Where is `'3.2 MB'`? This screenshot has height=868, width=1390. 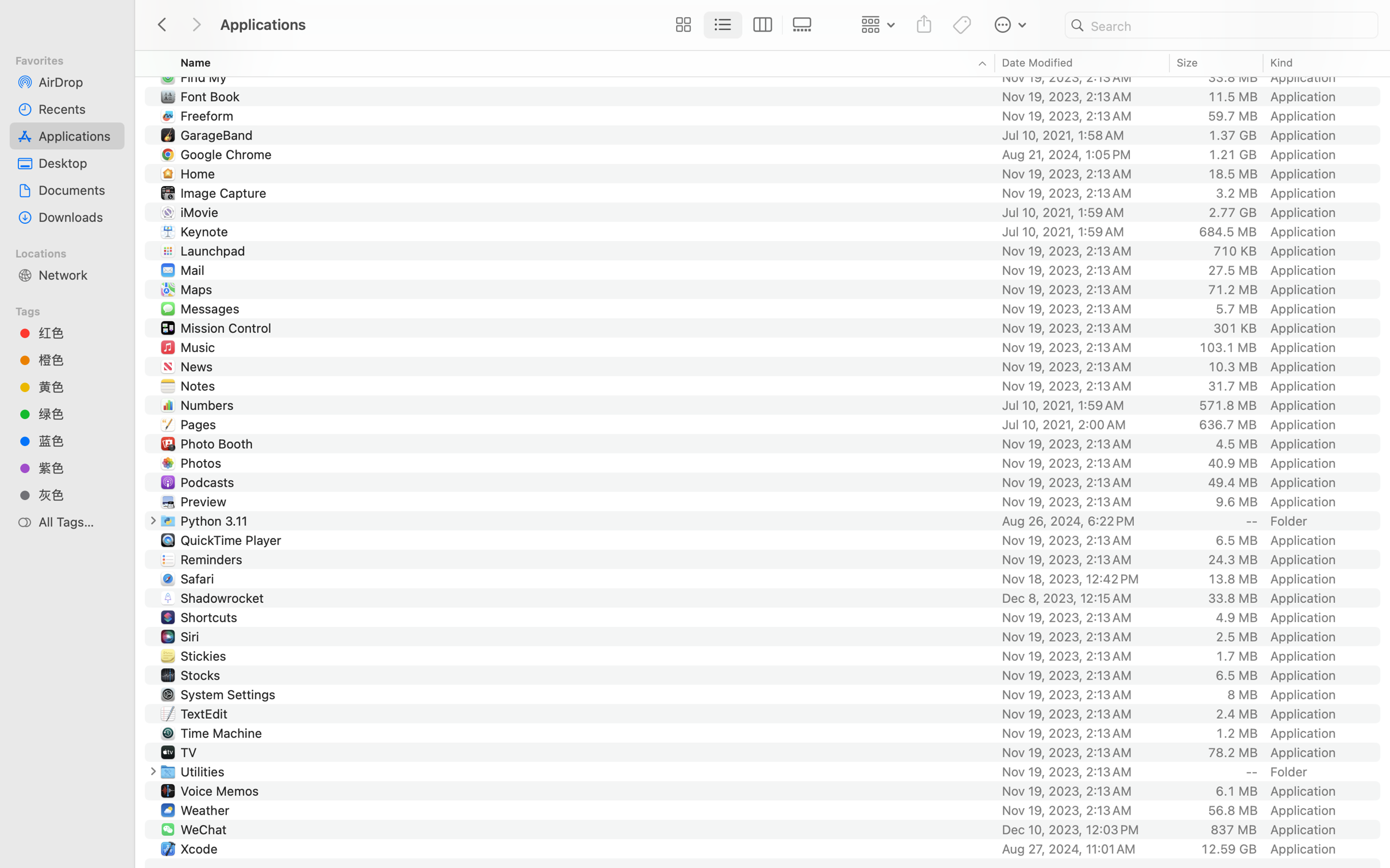
'3.2 MB' is located at coordinates (1237, 192).